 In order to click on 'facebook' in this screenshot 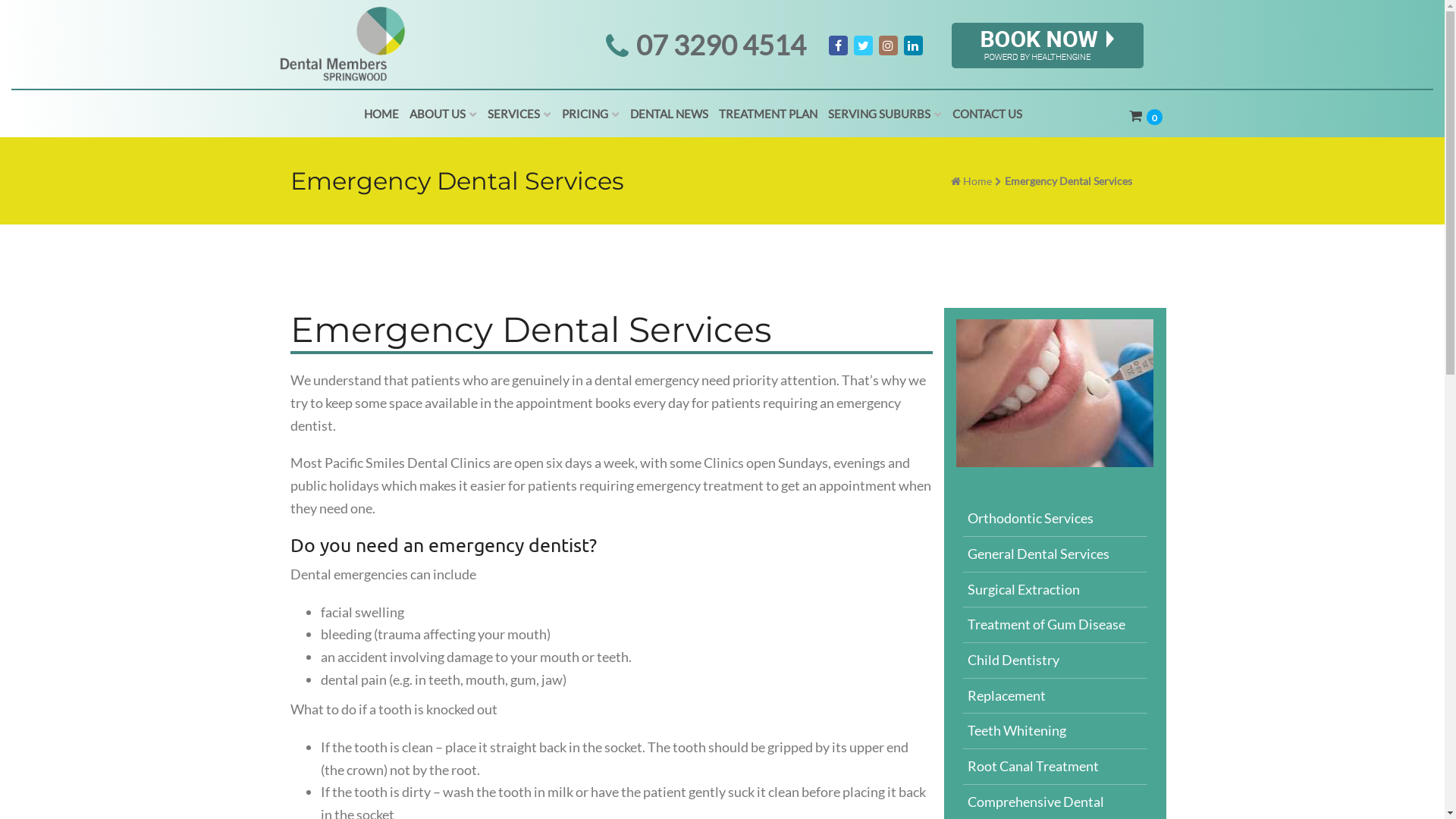, I will do `click(836, 45)`.